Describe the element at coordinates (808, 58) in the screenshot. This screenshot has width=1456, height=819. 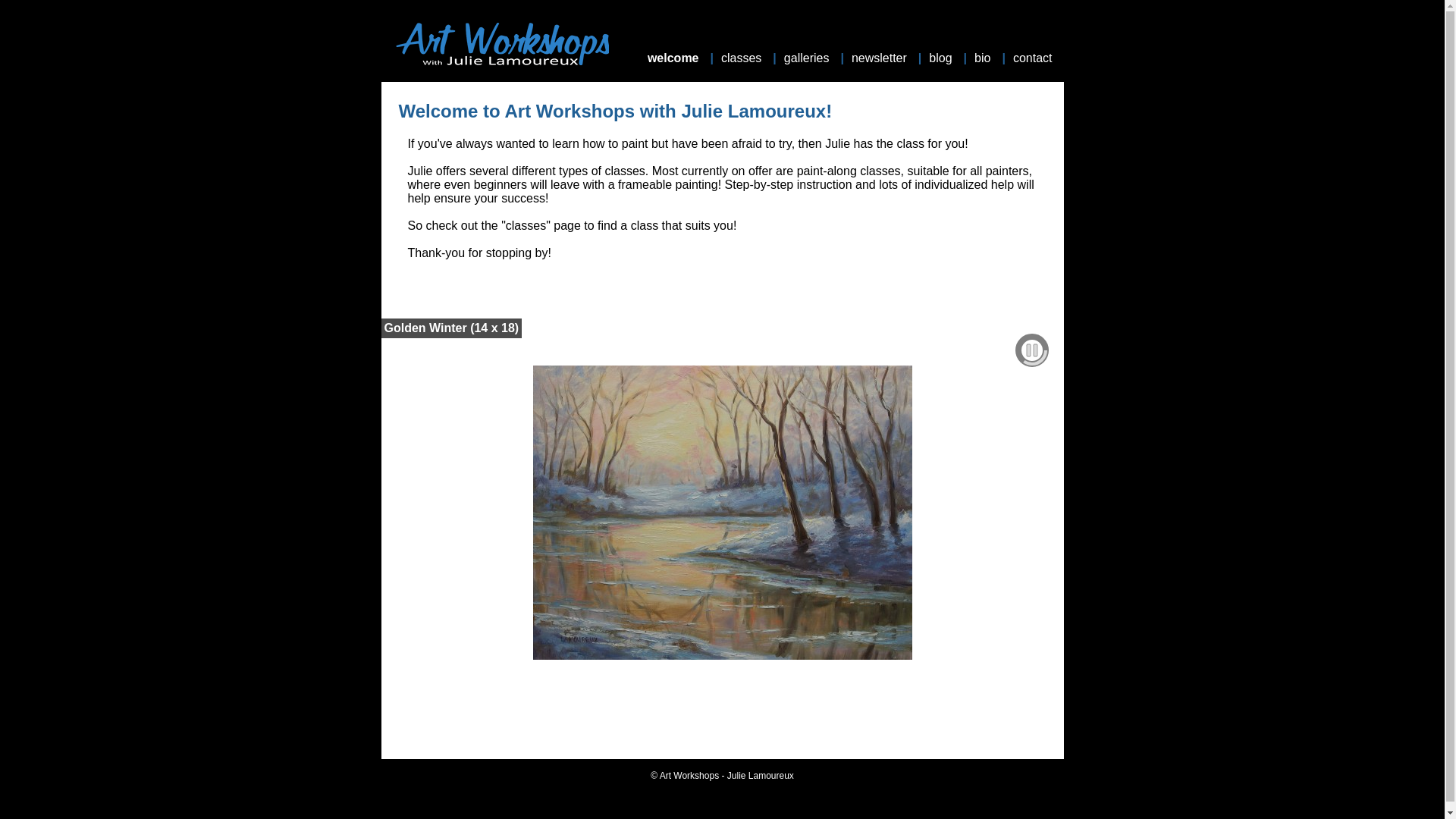
I see `'galleries'` at that location.